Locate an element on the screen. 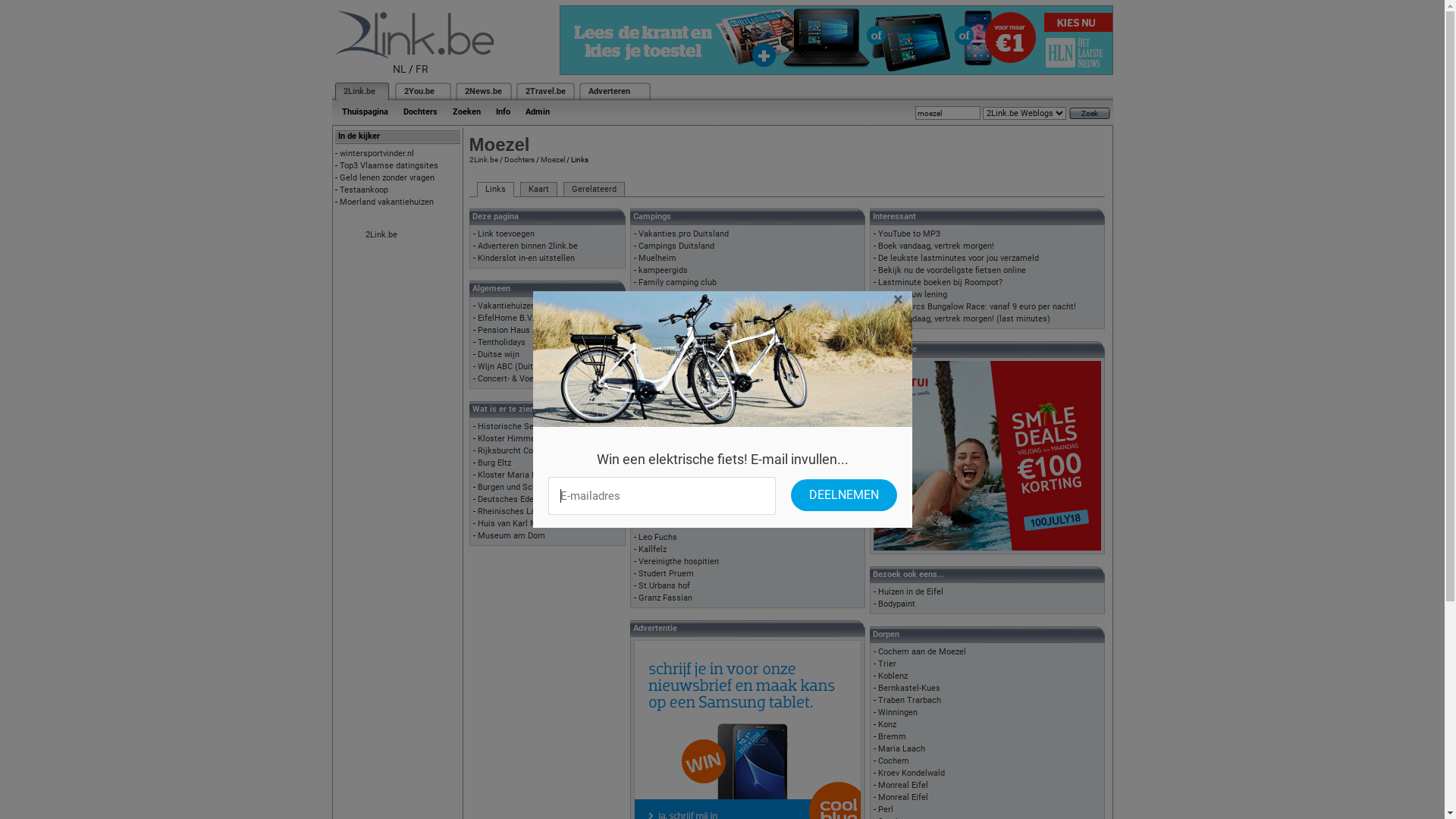  'Winningen' is located at coordinates (898, 712).